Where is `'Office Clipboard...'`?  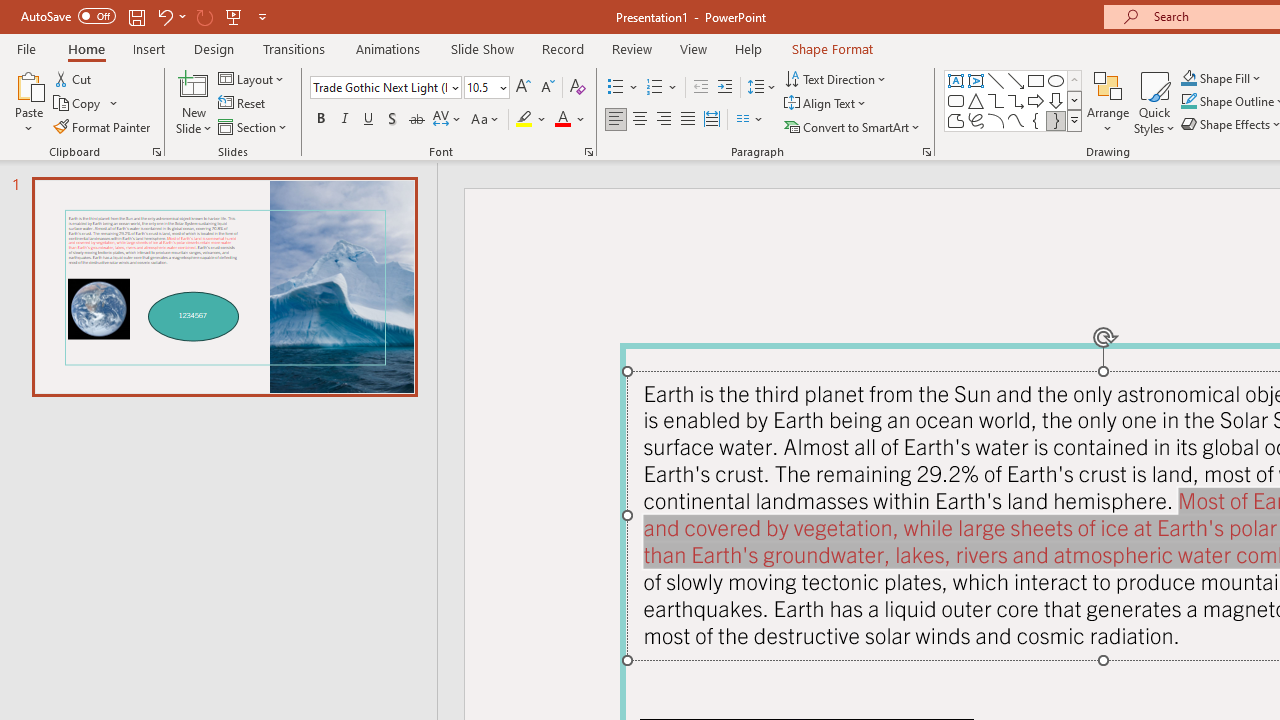 'Office Clipboard...' is located at coordinates (155, 150).